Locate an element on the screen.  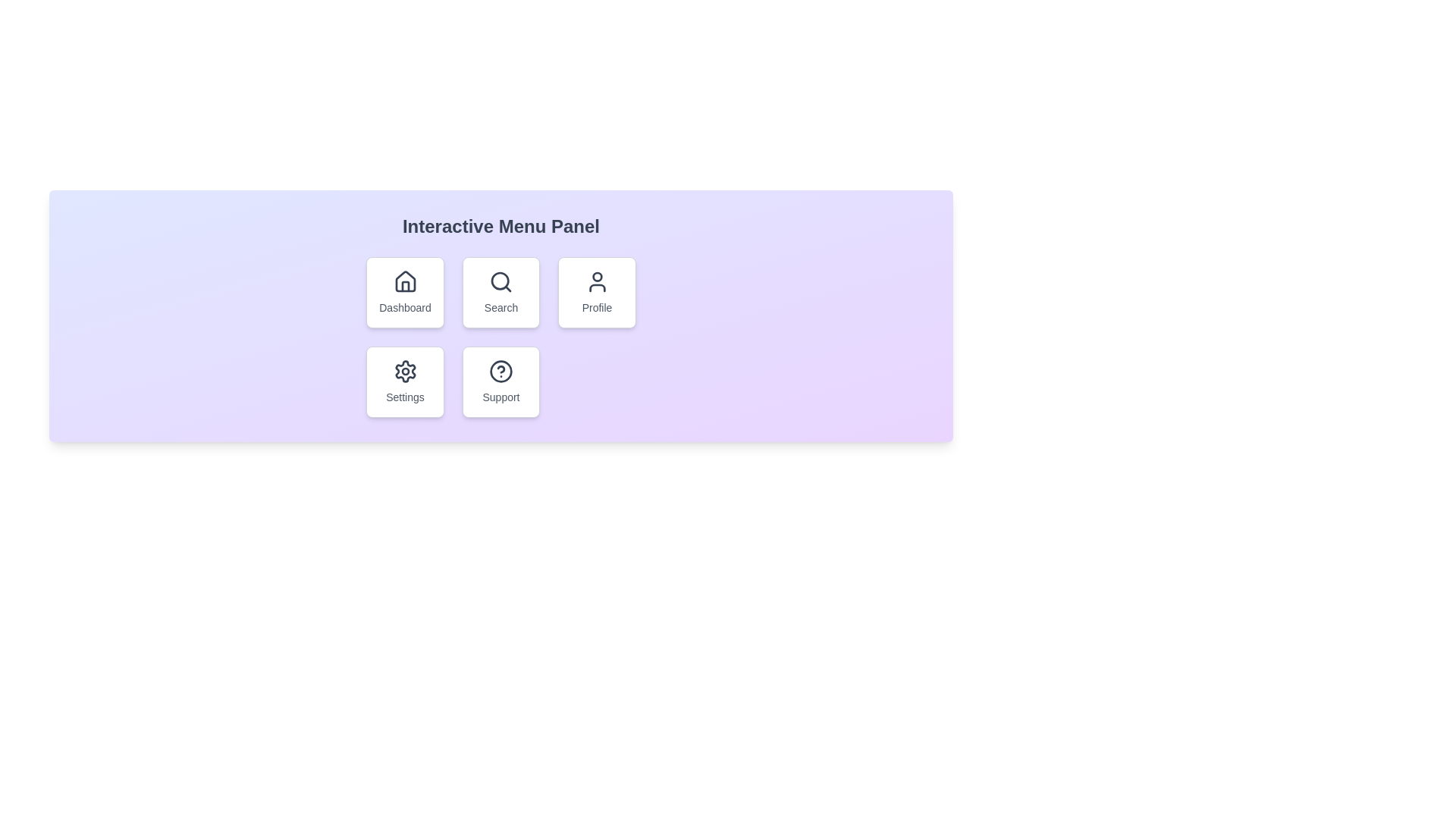
the inner portion of the magnifying glass symbol of the 'Search' button, which is located at the top row, middle position of the panel is located at coordinates (500, 281).